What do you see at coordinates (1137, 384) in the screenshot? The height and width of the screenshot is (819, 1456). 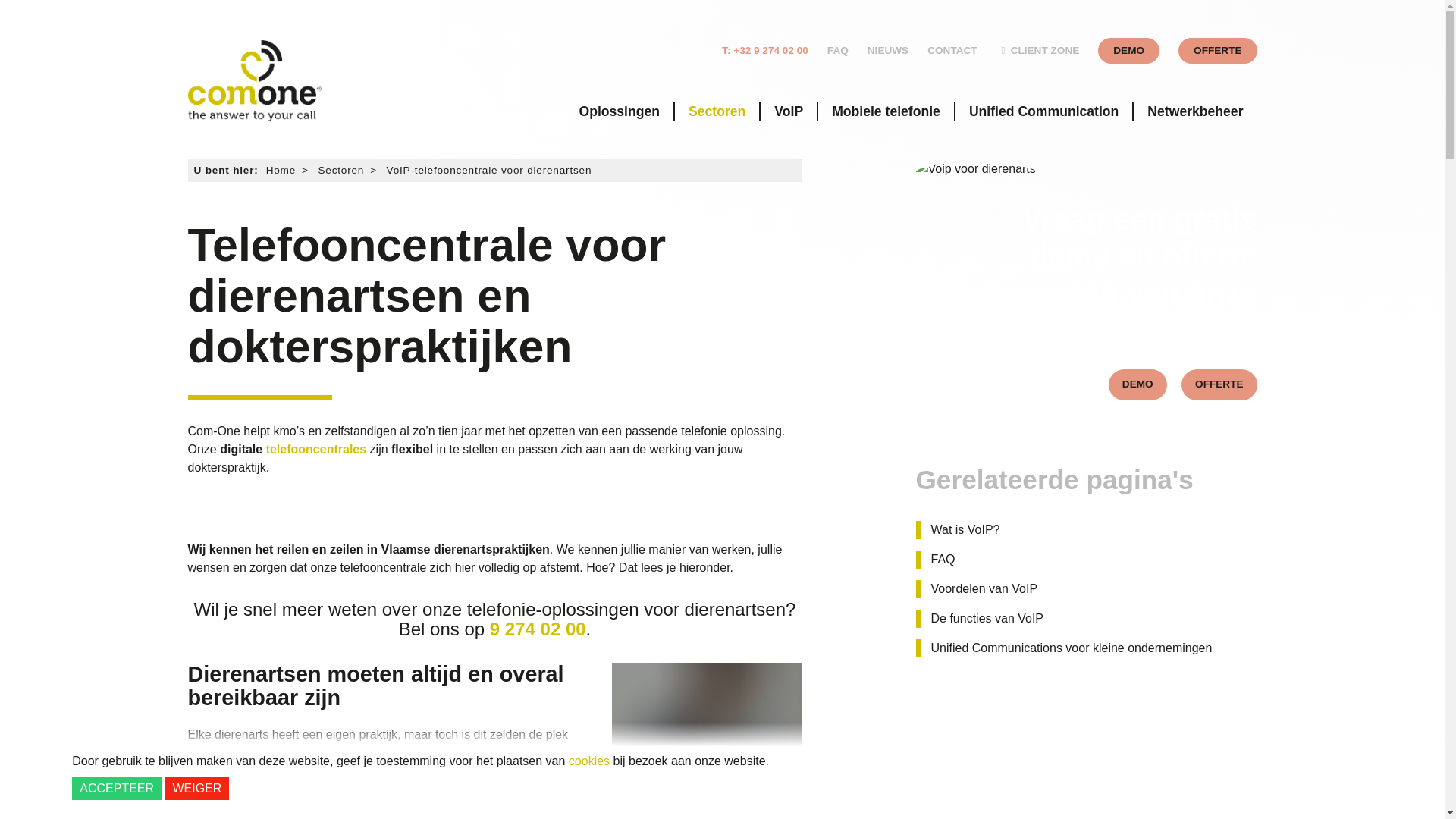 I see `'DEMO'` at bounding box center [1137, 384].